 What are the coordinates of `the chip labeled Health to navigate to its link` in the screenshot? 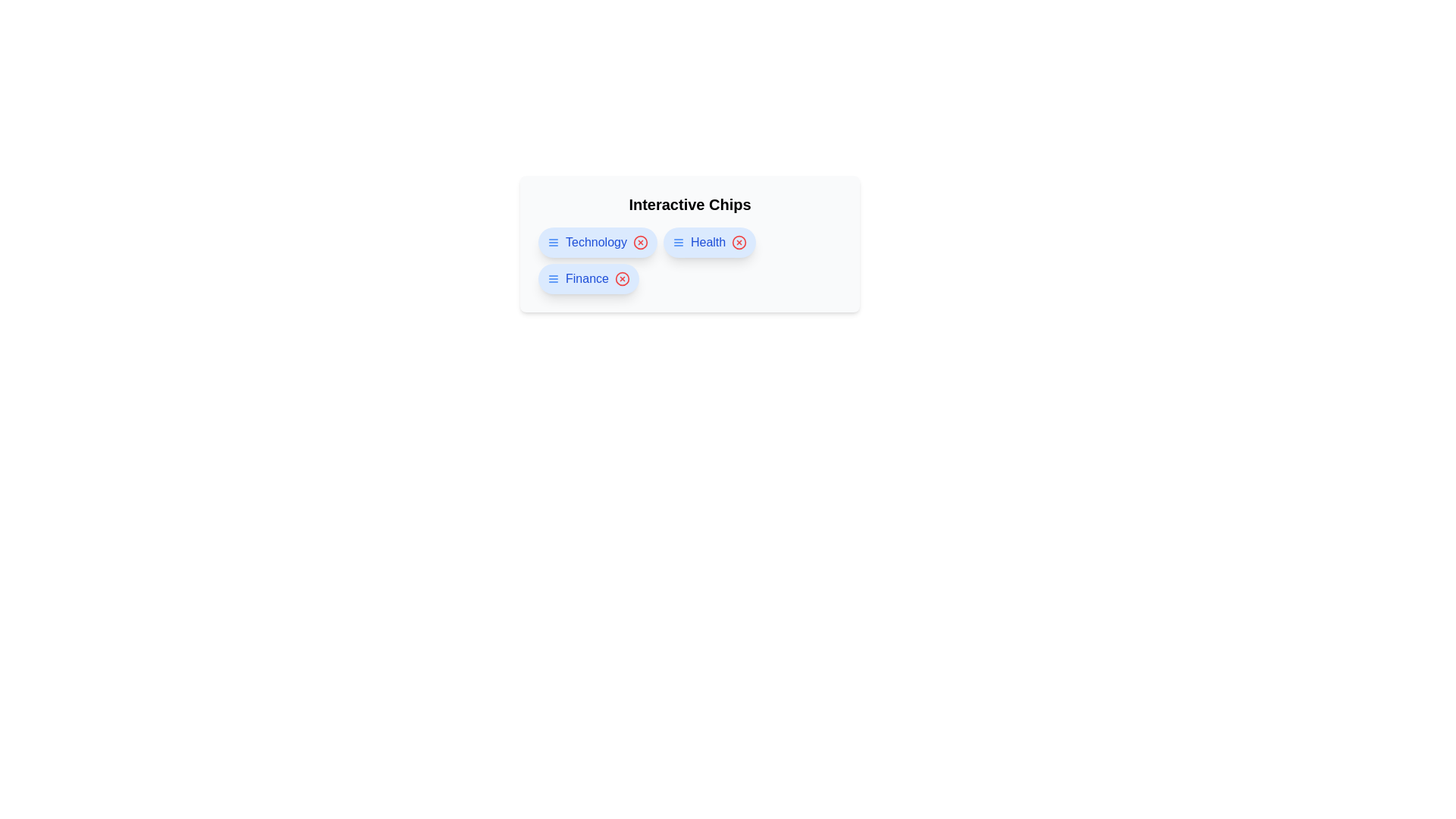 It's located at (708, 242).